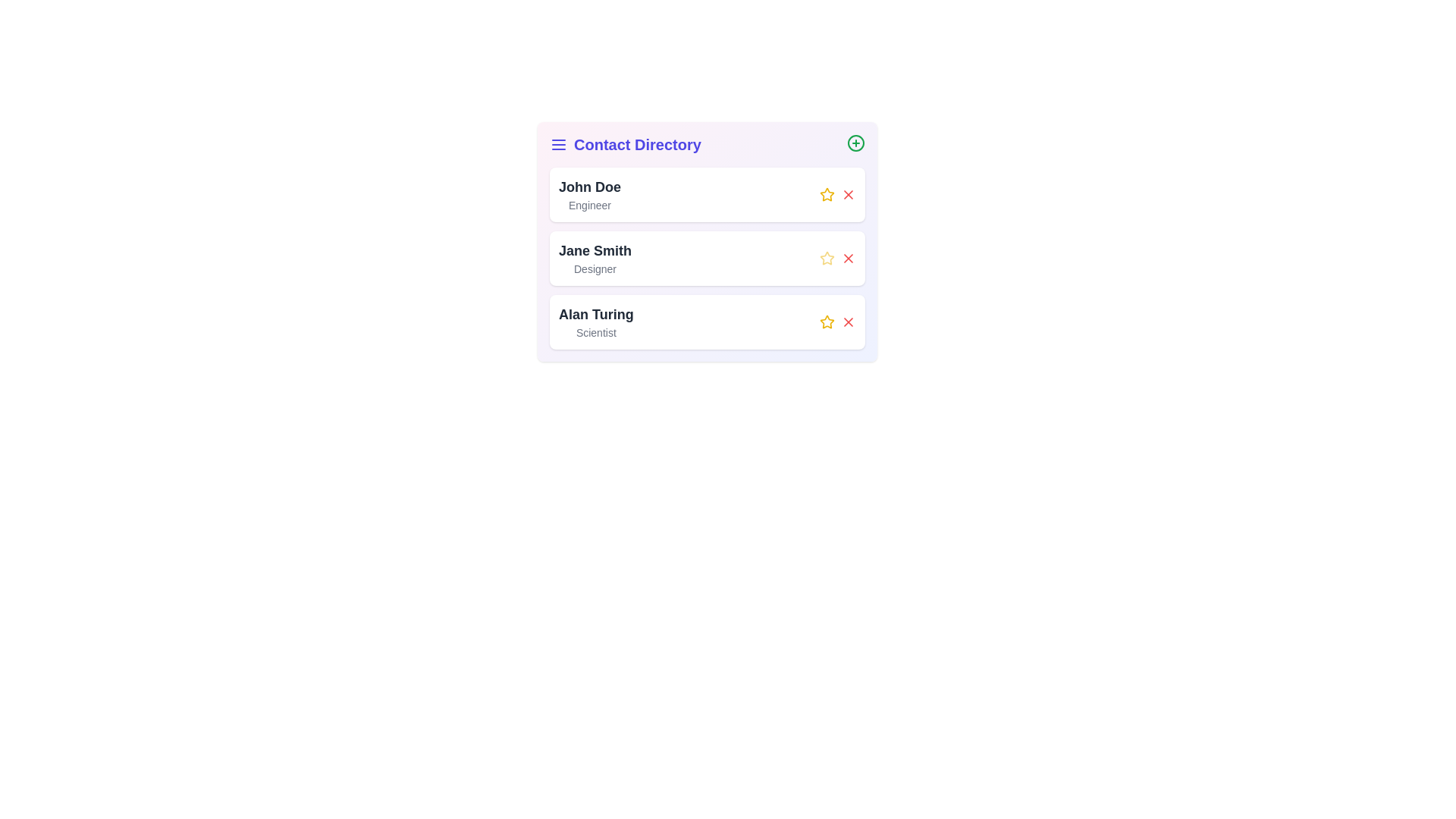 The width and height of the screenshot is (1456, 819). Describe the element at coordinates (847, 257) in the screenshot. I see `the remove button corresponding to the contact named Jane Smith` at that location.